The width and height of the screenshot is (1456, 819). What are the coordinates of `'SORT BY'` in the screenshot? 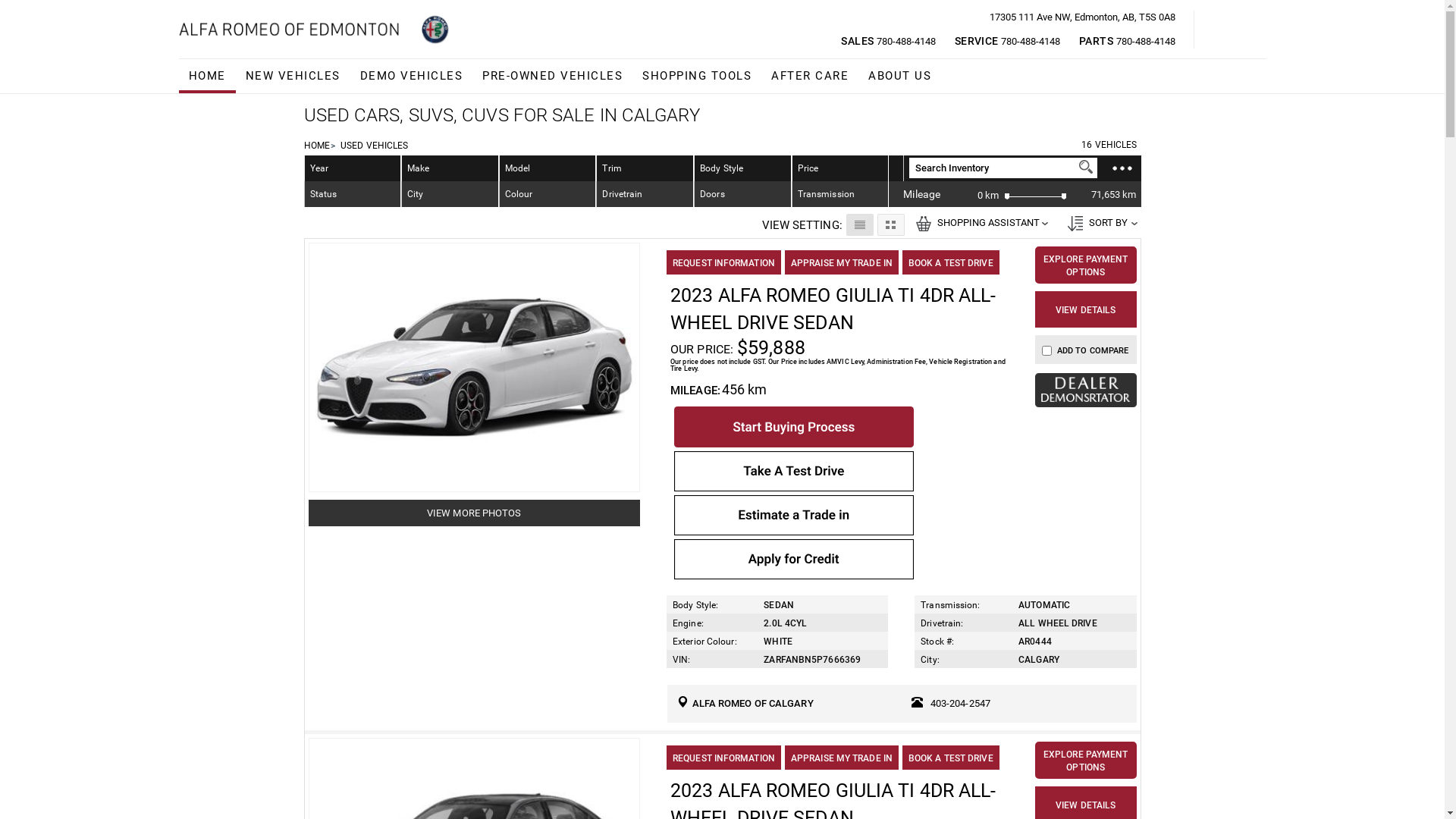 It's located at (1099, 222).